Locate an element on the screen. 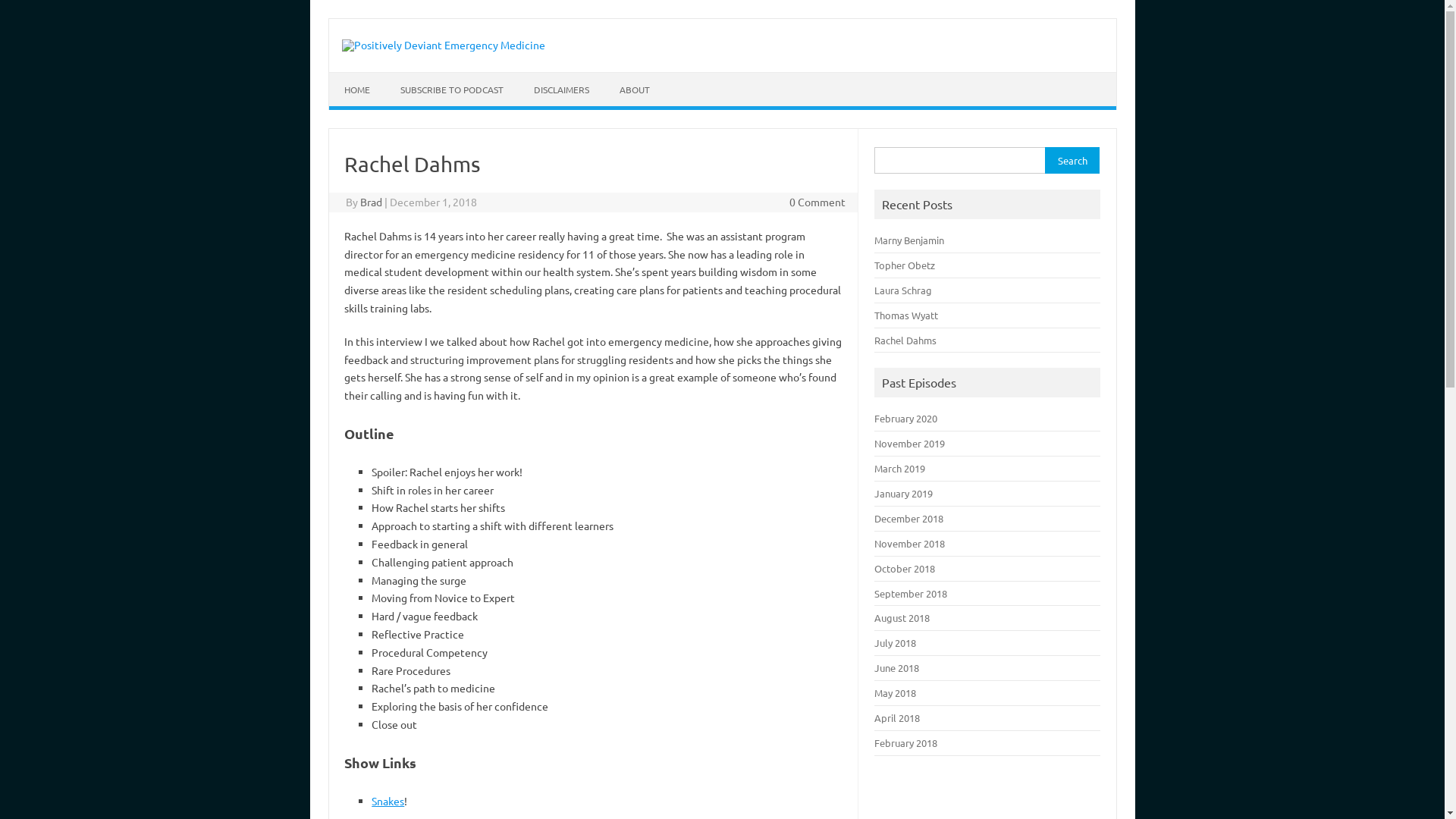 This screenshot has width=1456, height=819. 'February 2020' is located at coordinates (905, 418).